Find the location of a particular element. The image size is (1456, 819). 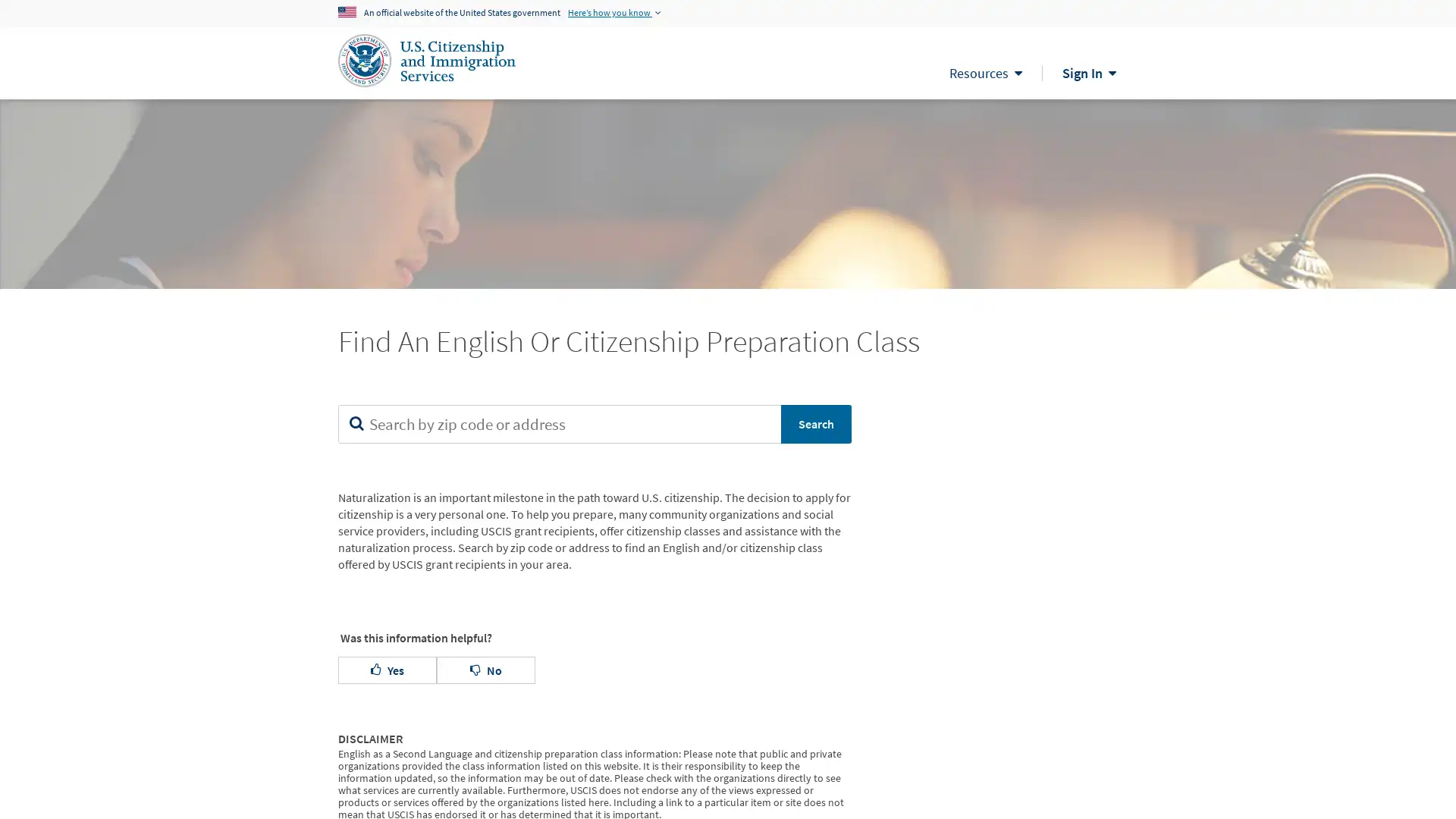

No is located at coordinates (486, 669).